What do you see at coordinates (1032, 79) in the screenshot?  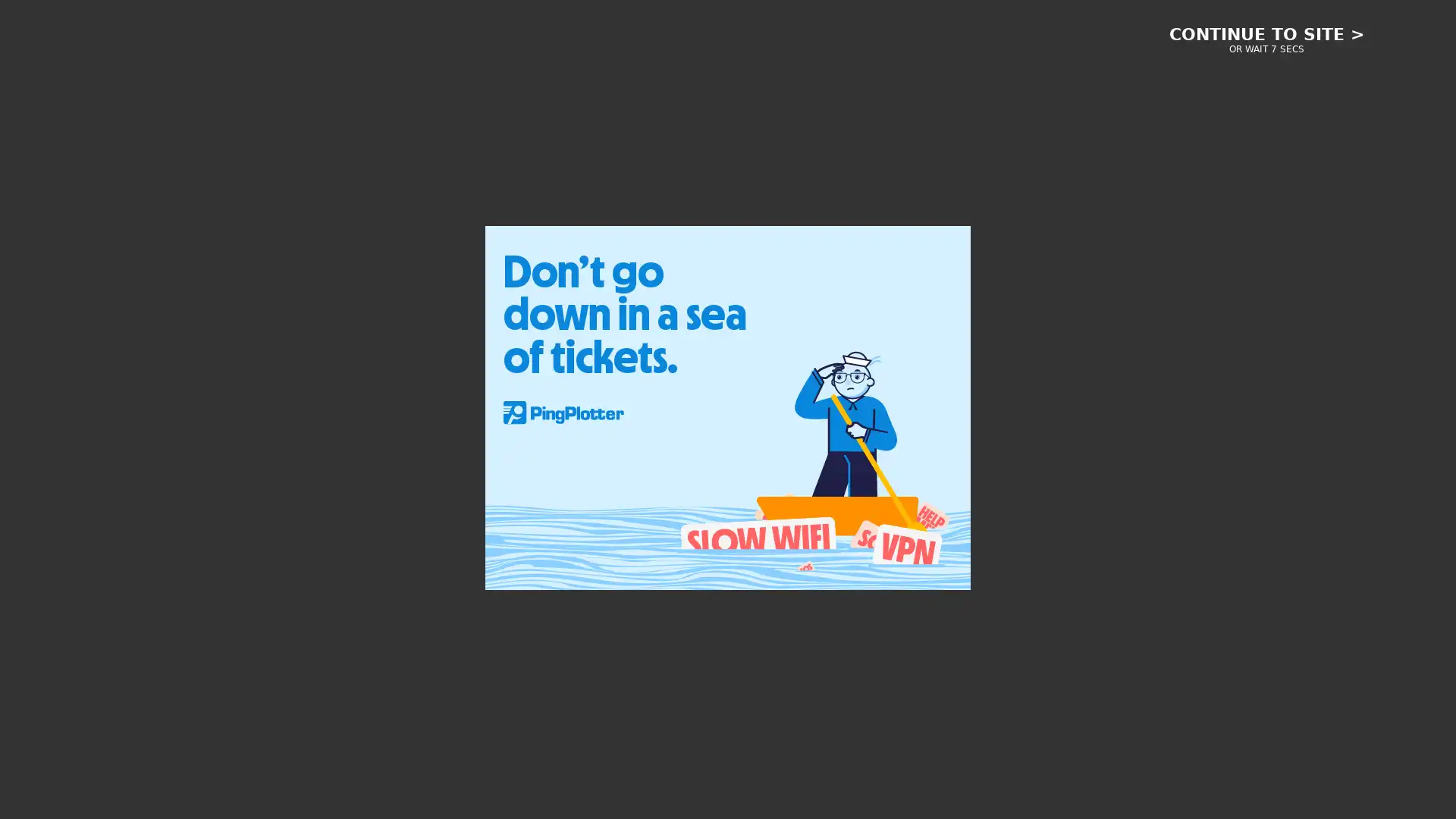 I see `Toggle User Menu` at bounding box center [1032, 79].